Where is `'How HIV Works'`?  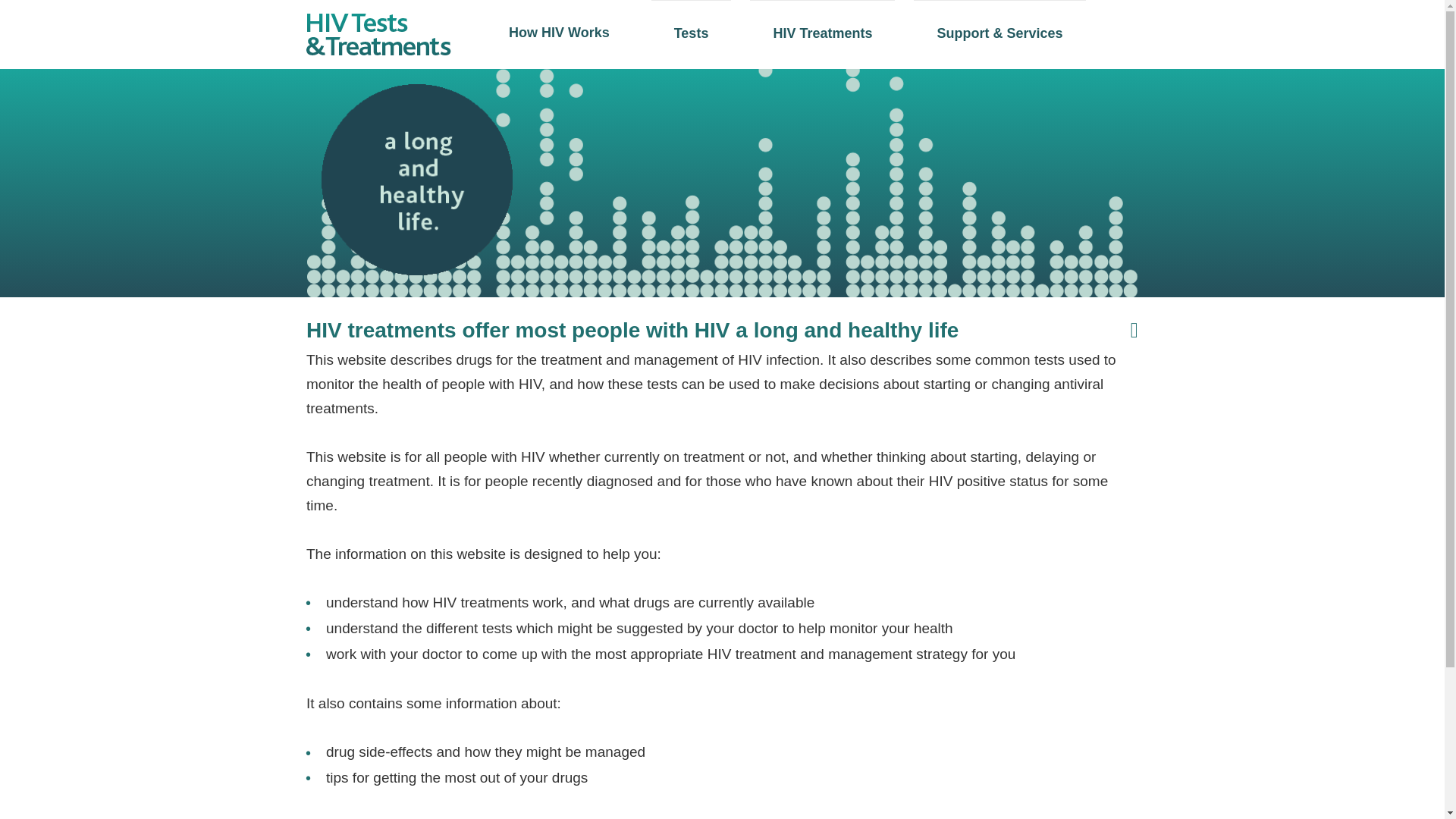
'How HIV Works' is located at coordinates (558, 32).